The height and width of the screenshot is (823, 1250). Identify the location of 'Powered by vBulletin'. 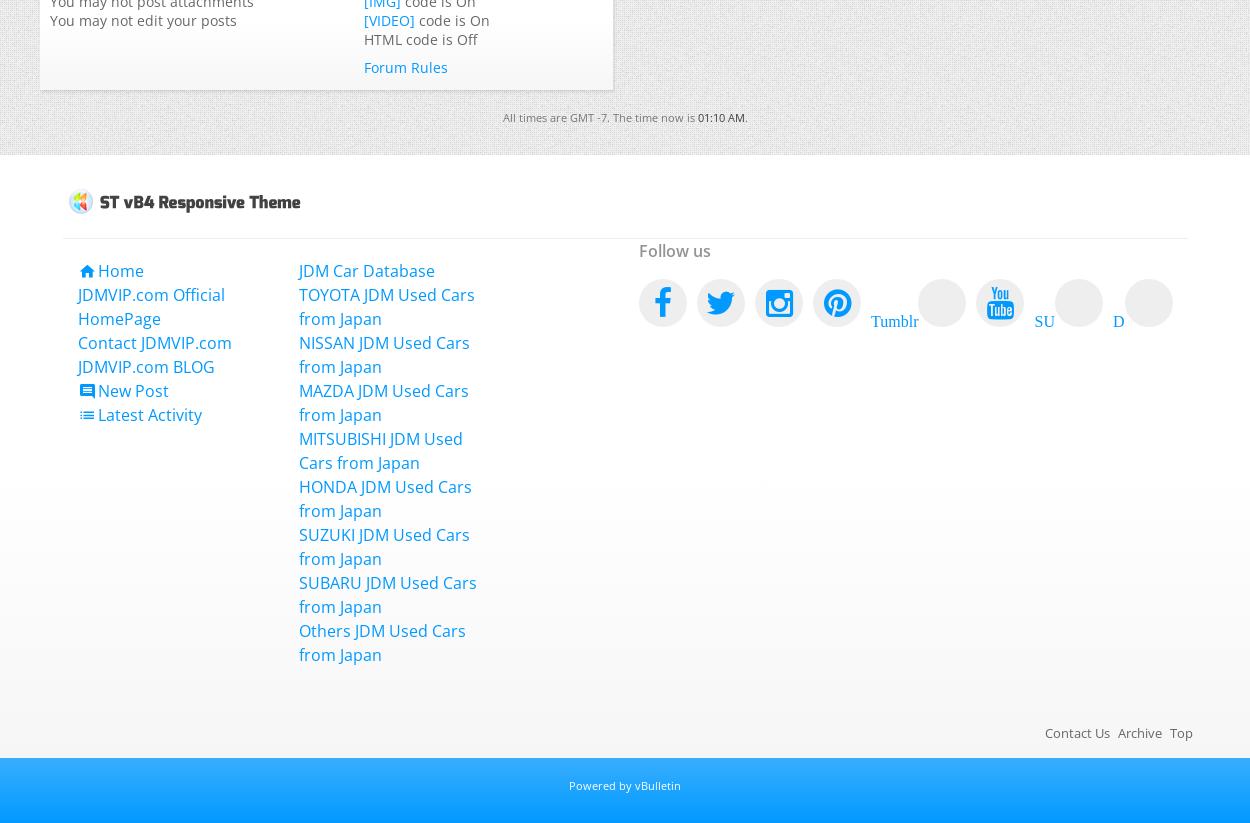
(568, 783).